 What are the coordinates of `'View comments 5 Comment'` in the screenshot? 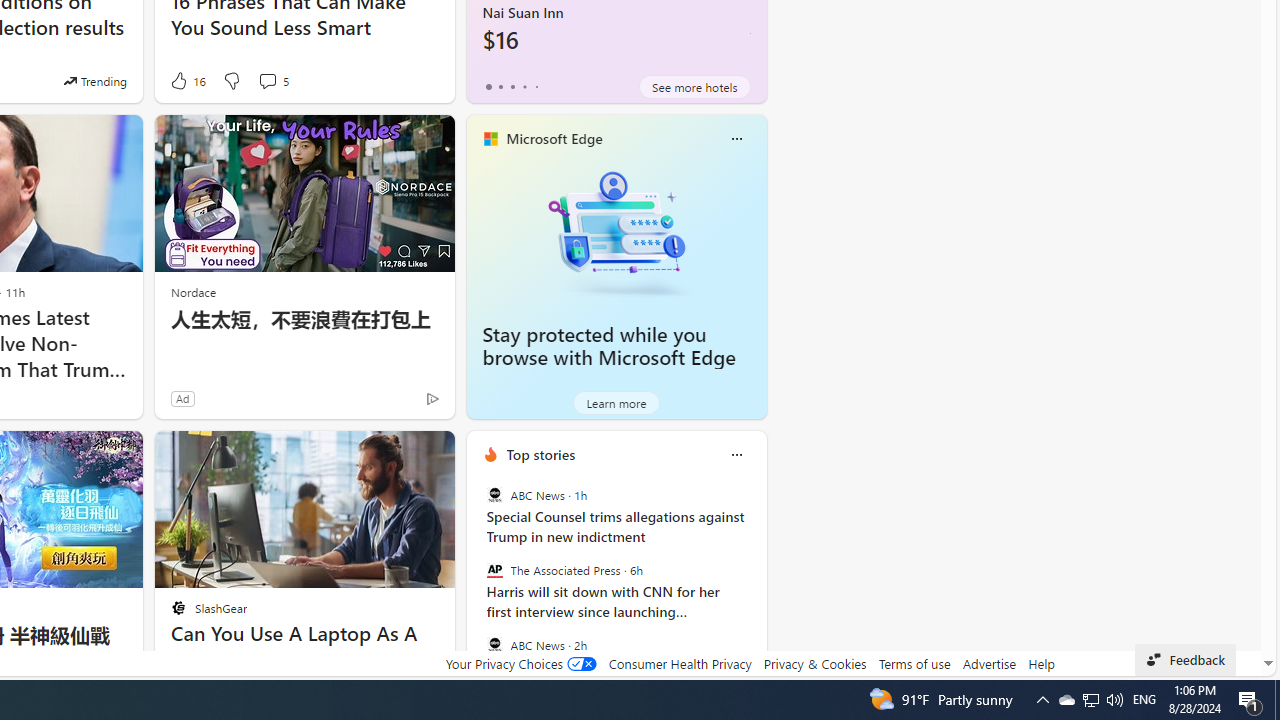 It's located at (266, 80).